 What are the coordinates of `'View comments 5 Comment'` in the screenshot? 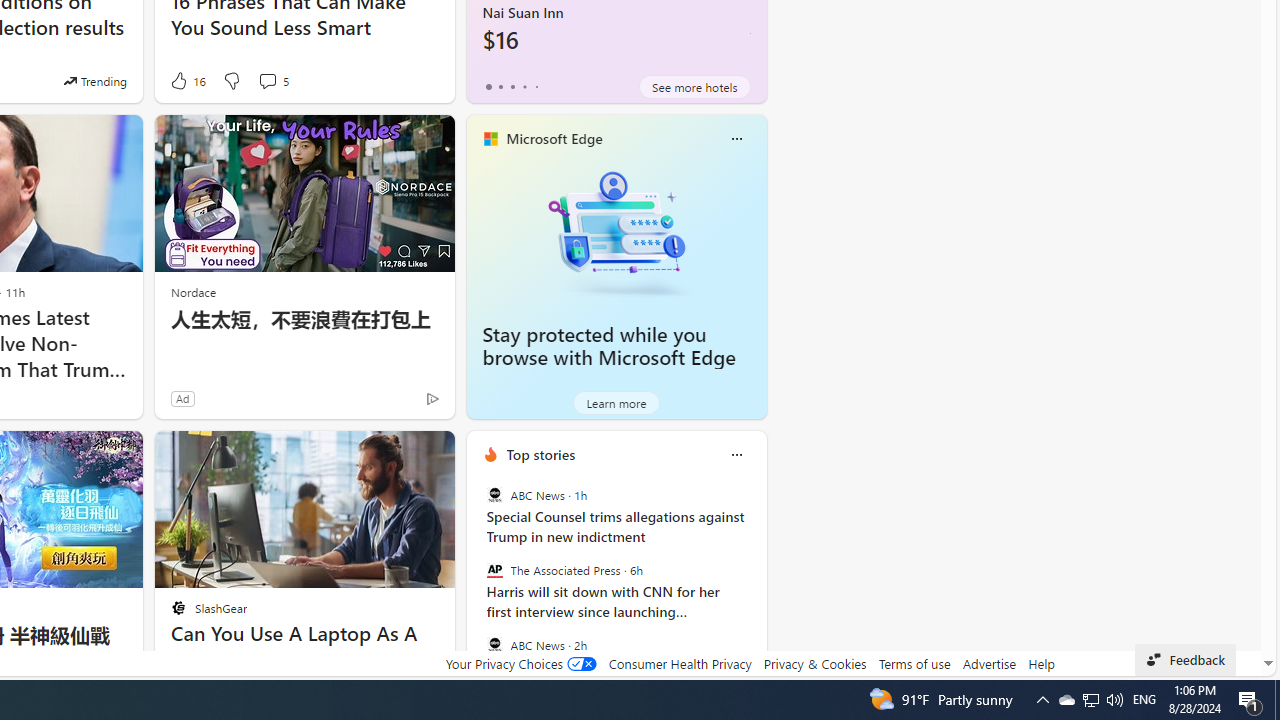 It's located at (266, 80).